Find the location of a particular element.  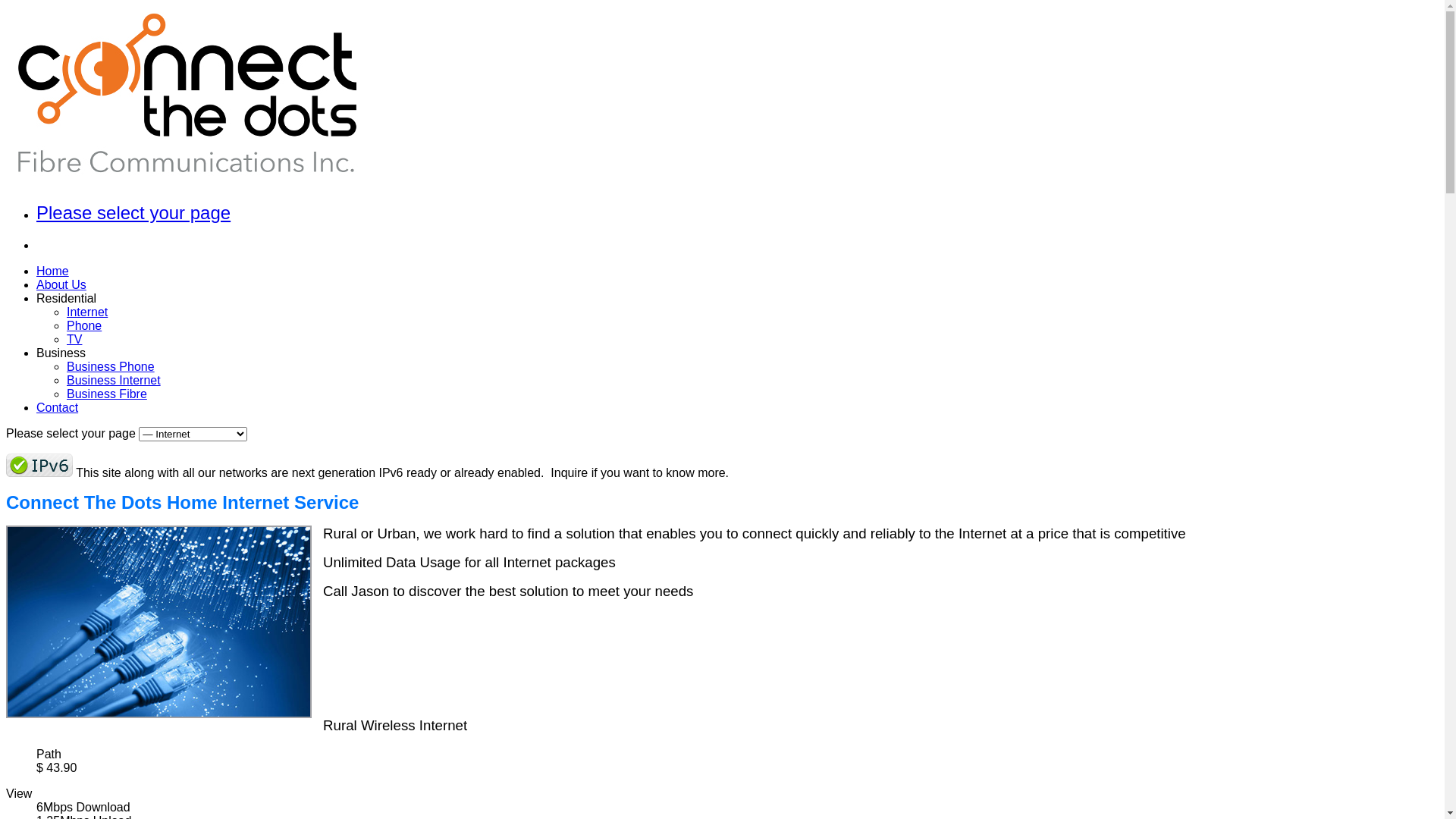

'Internet' is located at coordinates (86, 311).